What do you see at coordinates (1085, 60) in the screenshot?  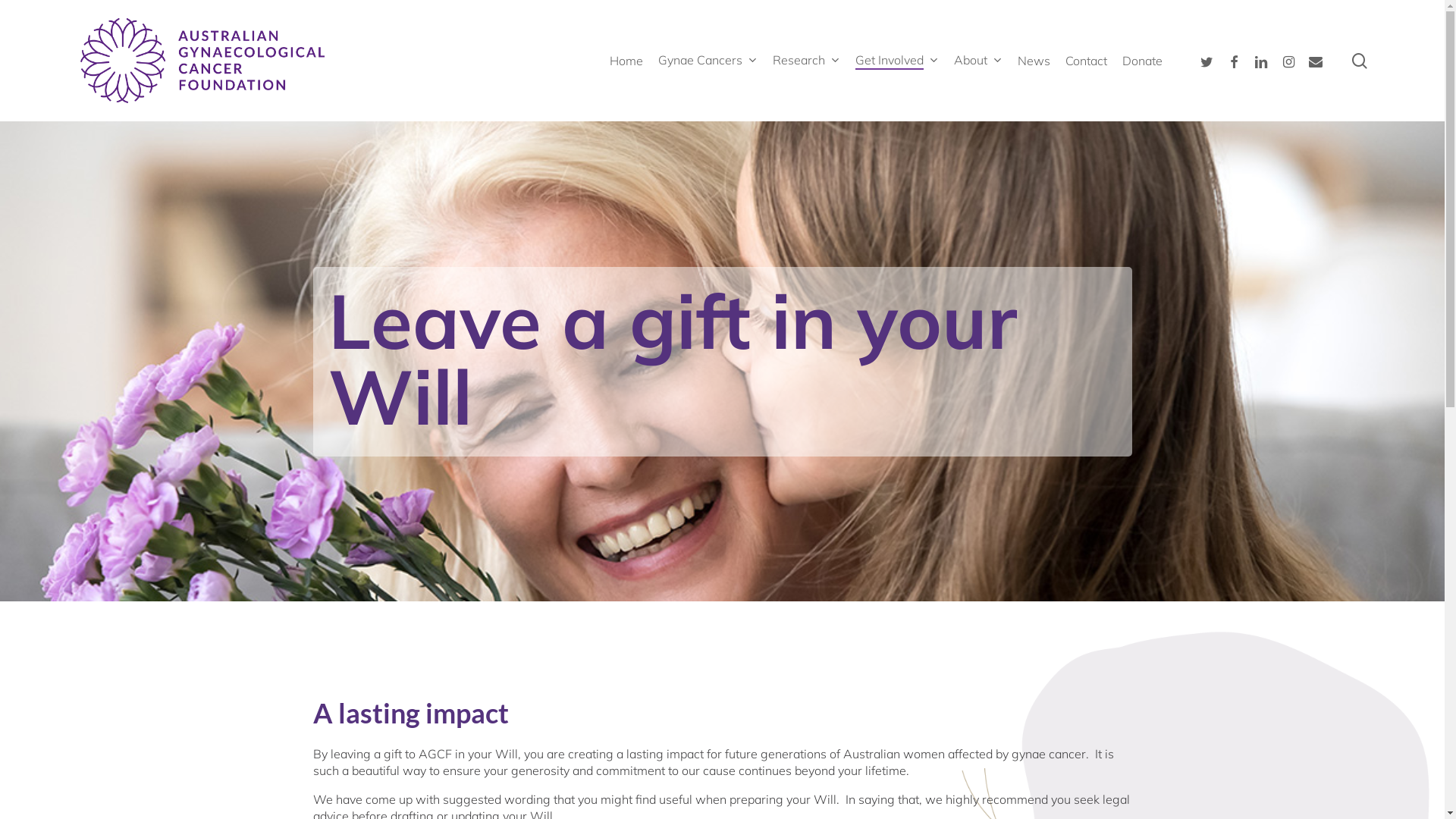 I see `'Contact'` at bounding box center [1085, 60].